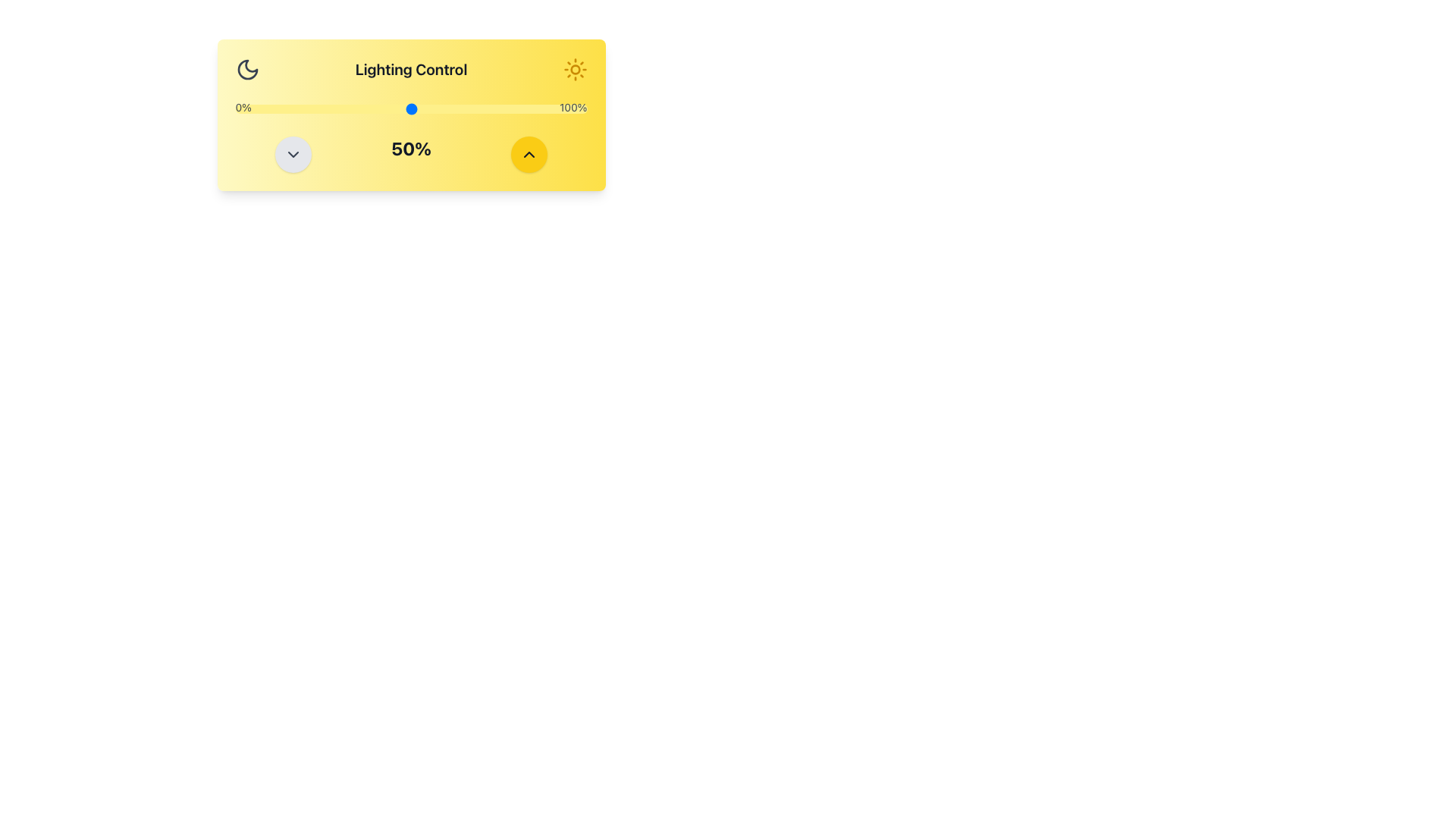 This screenshot has height=819, width=1456. Describe the element at coordinates (411, 70) in the screenshot. I see `the 'Lighting Control' text label, which is a bold, large-sized text located at the top-center of the control panel, between the moon and sun icons` at that location.